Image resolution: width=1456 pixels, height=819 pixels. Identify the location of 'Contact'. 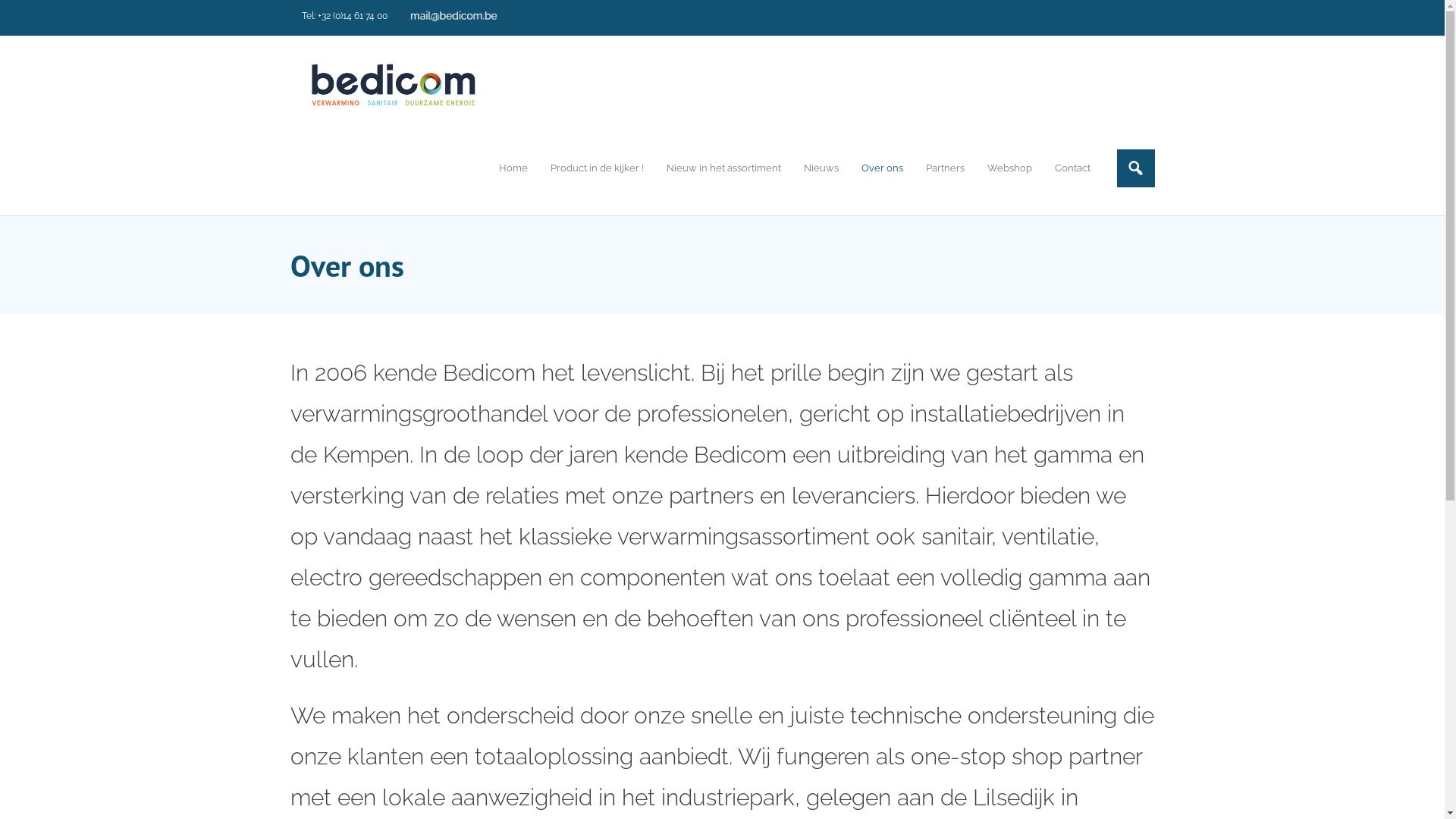
(1043, 168).